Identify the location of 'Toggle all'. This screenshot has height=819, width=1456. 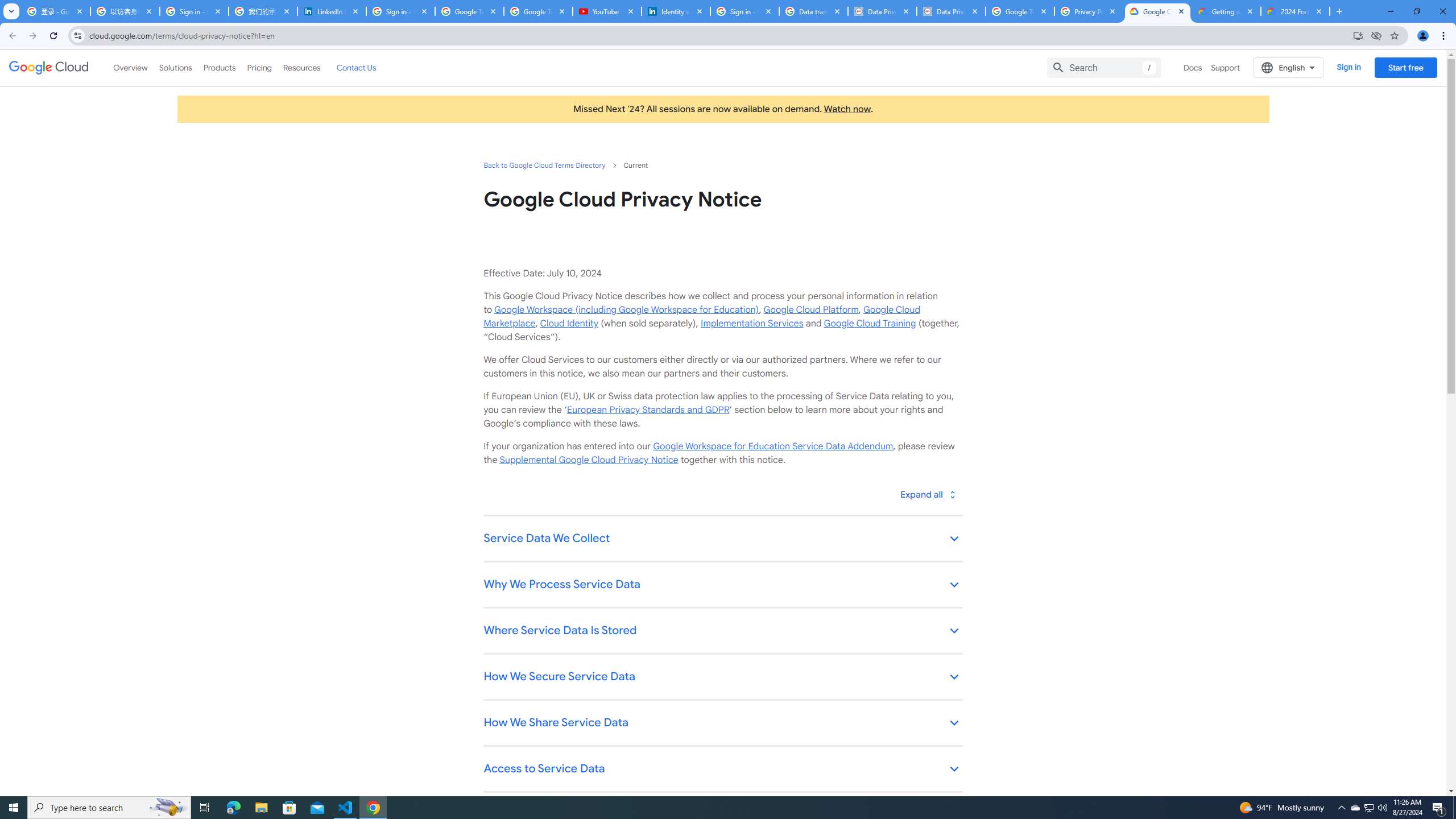
(927, 494).